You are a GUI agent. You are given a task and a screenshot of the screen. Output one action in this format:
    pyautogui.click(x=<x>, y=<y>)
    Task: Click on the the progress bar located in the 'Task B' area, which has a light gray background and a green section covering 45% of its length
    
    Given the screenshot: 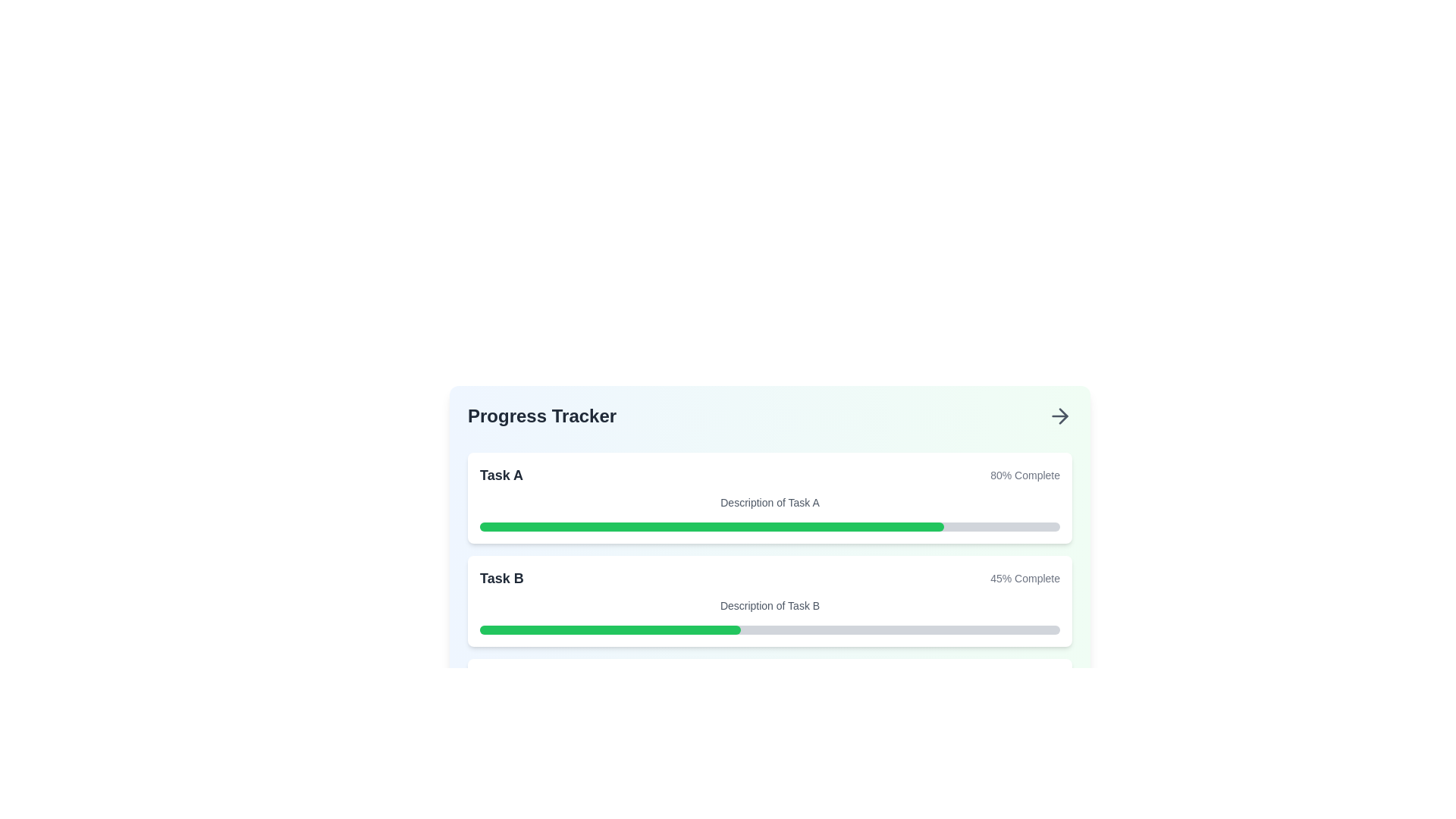 What is the action you would take?
    pyautogui.click(x=770, y=629)
    